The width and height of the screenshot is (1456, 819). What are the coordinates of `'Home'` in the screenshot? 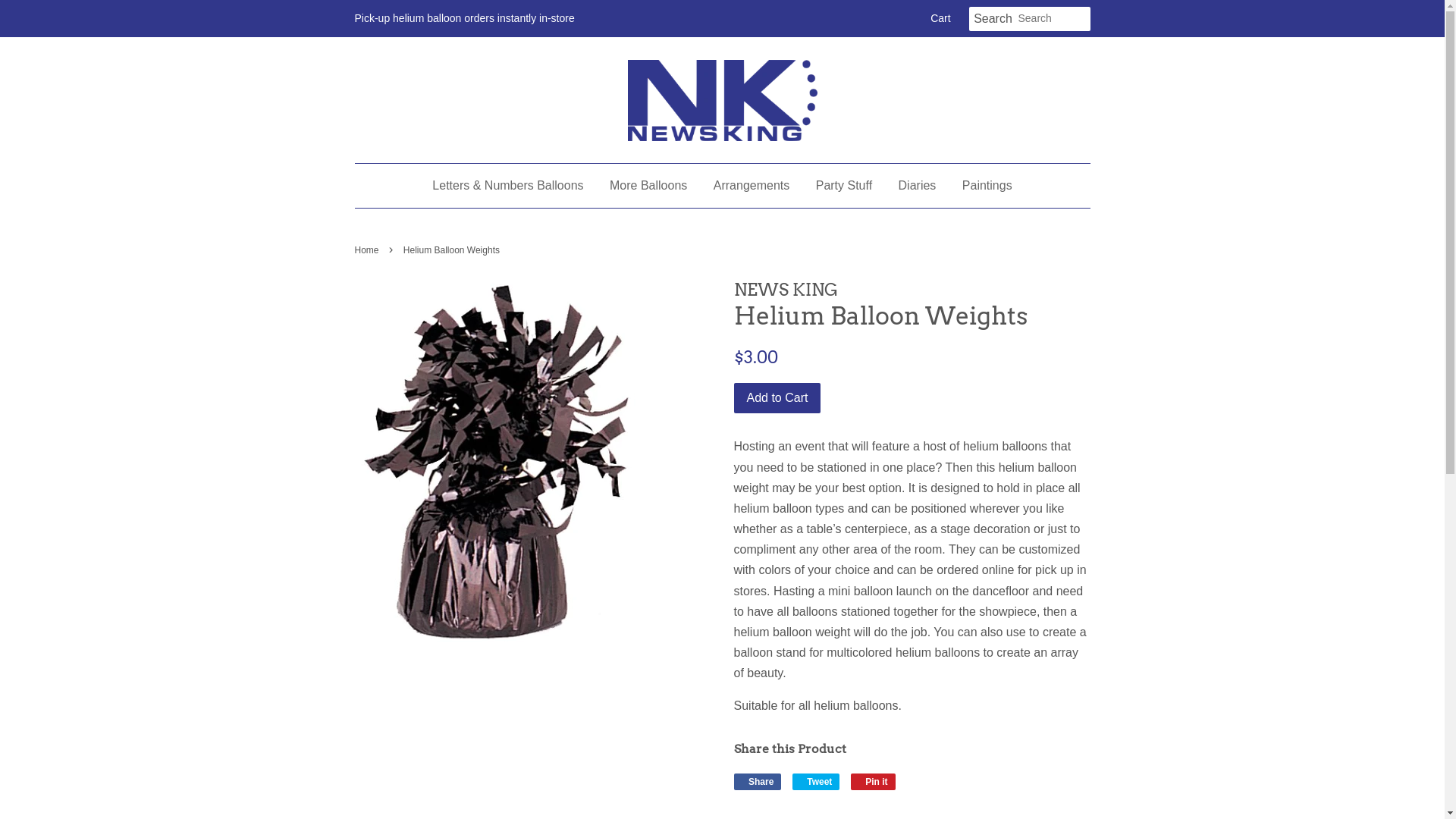 It's located at (369, 249).